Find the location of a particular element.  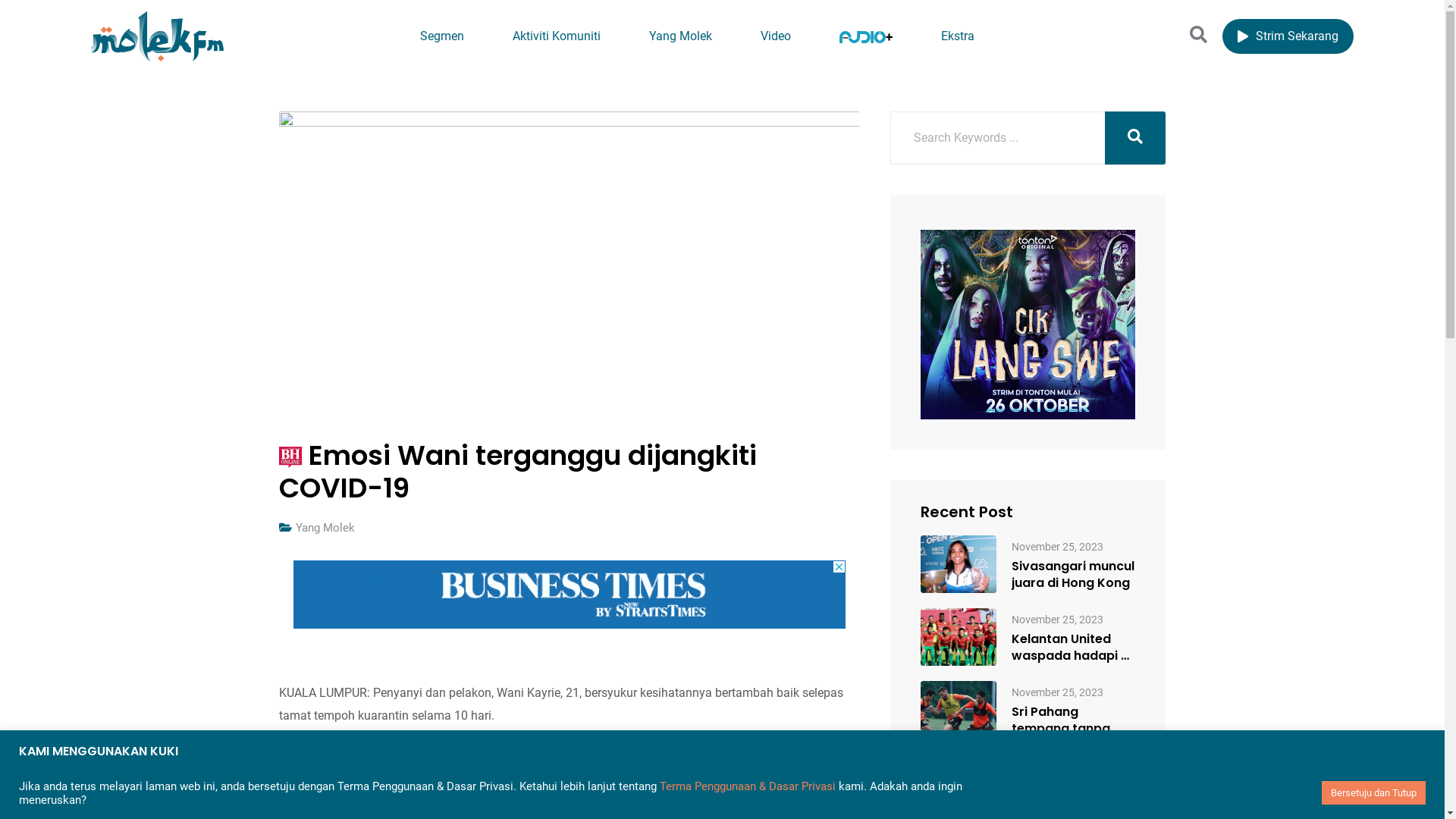

' Kim Swee idam tamatkan liga di kedudukan lebih baik' is located at coordinates (957, 783).